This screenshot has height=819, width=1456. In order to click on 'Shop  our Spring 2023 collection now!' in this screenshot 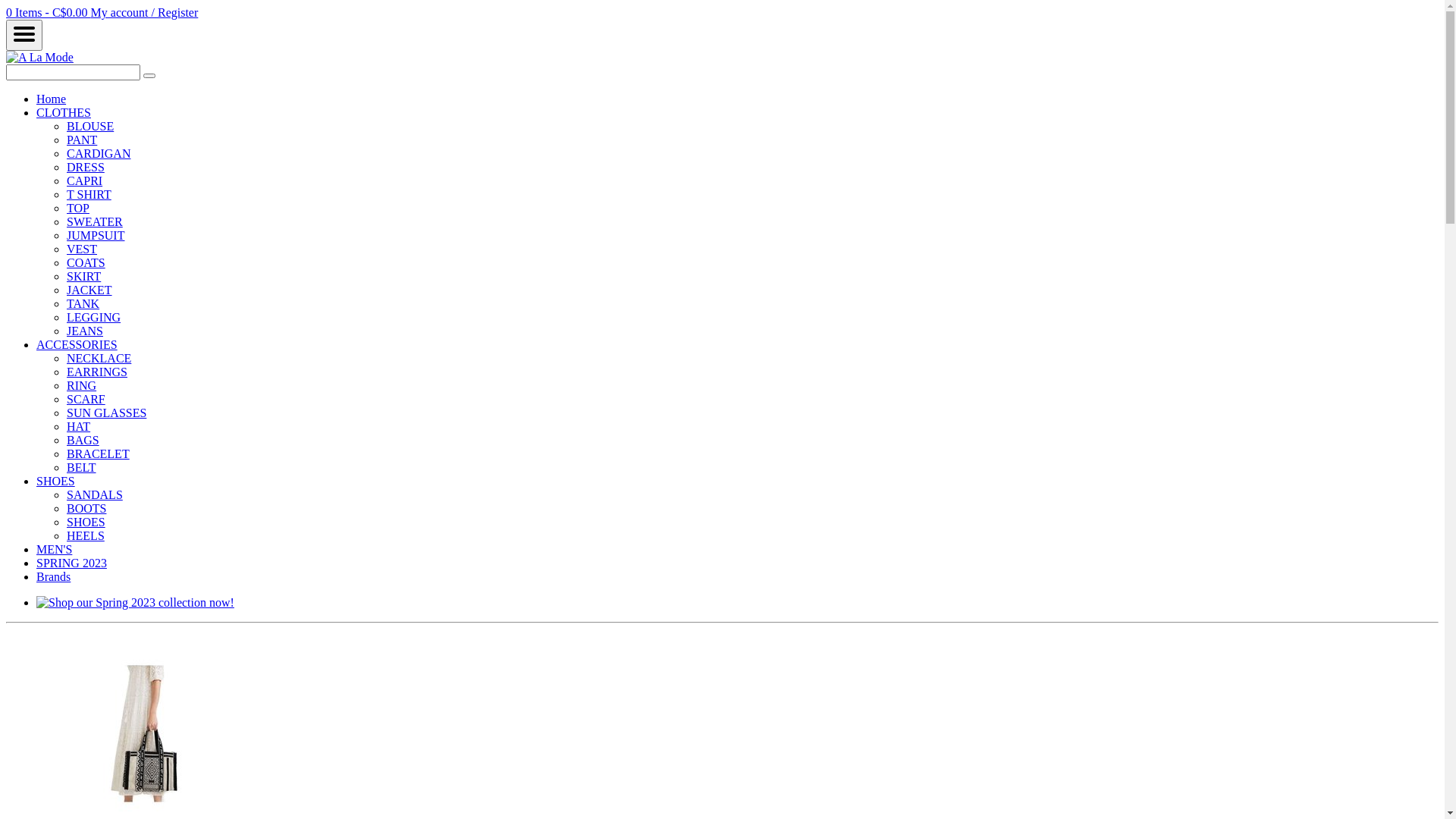, I will do `click(135, 601)`.